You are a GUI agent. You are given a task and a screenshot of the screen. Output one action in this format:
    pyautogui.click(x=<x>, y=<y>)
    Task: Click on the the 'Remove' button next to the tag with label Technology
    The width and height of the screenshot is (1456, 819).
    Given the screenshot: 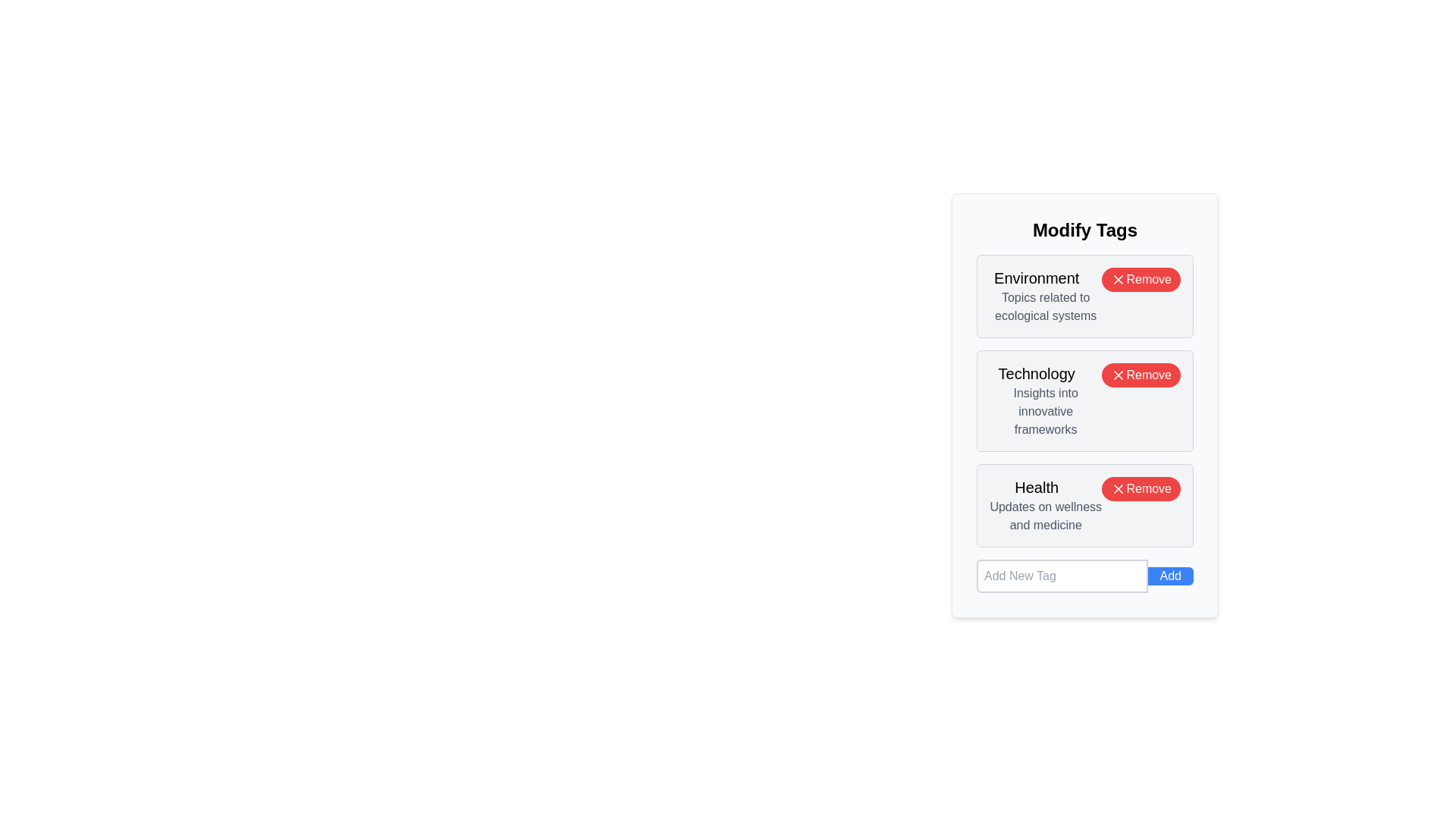 What is the action you would take?
    pyautogui.click(x=1141, y=375)
    